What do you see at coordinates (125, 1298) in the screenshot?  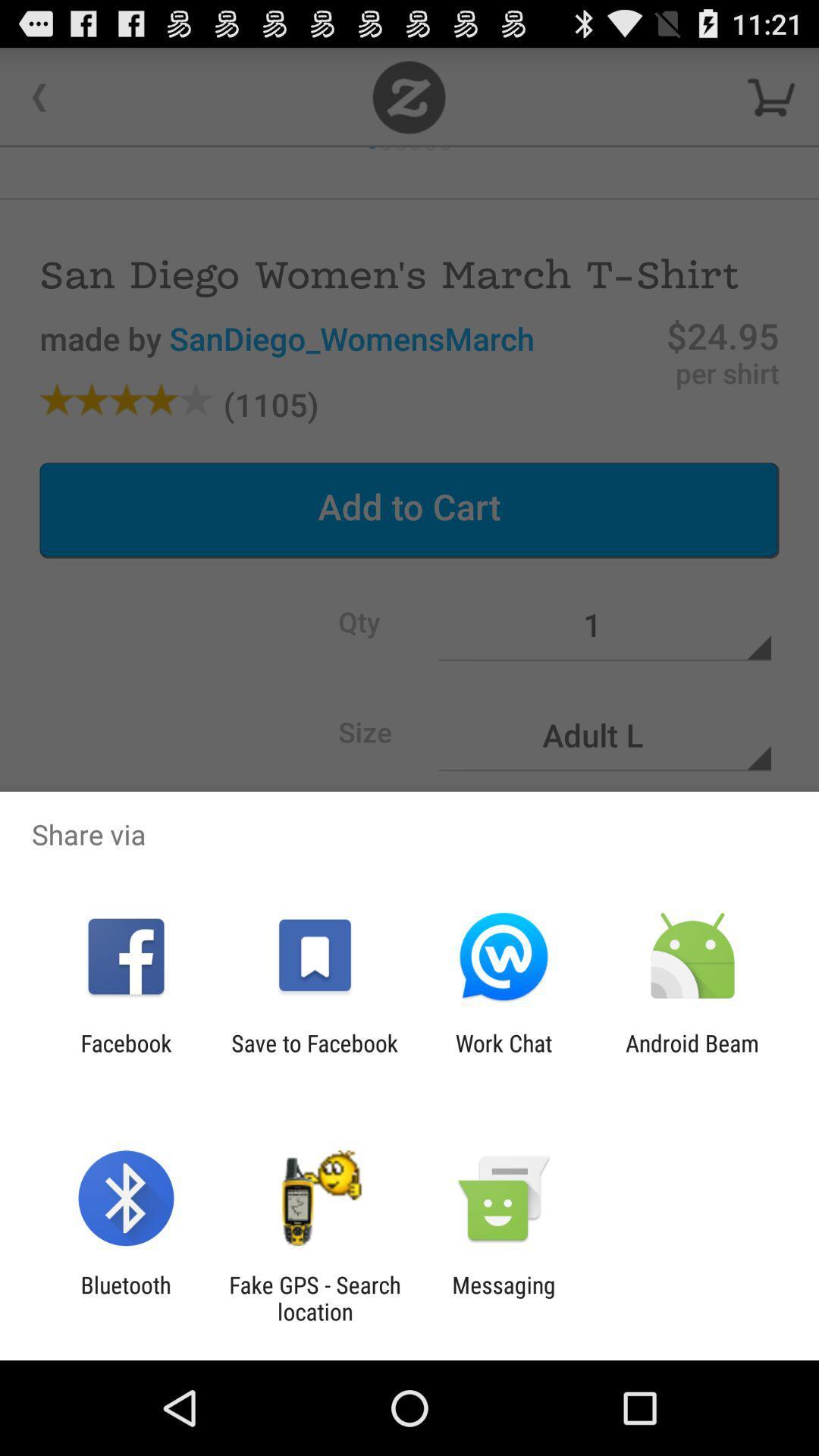 I see `the bluetooth` at bounding box center [125, 1298].